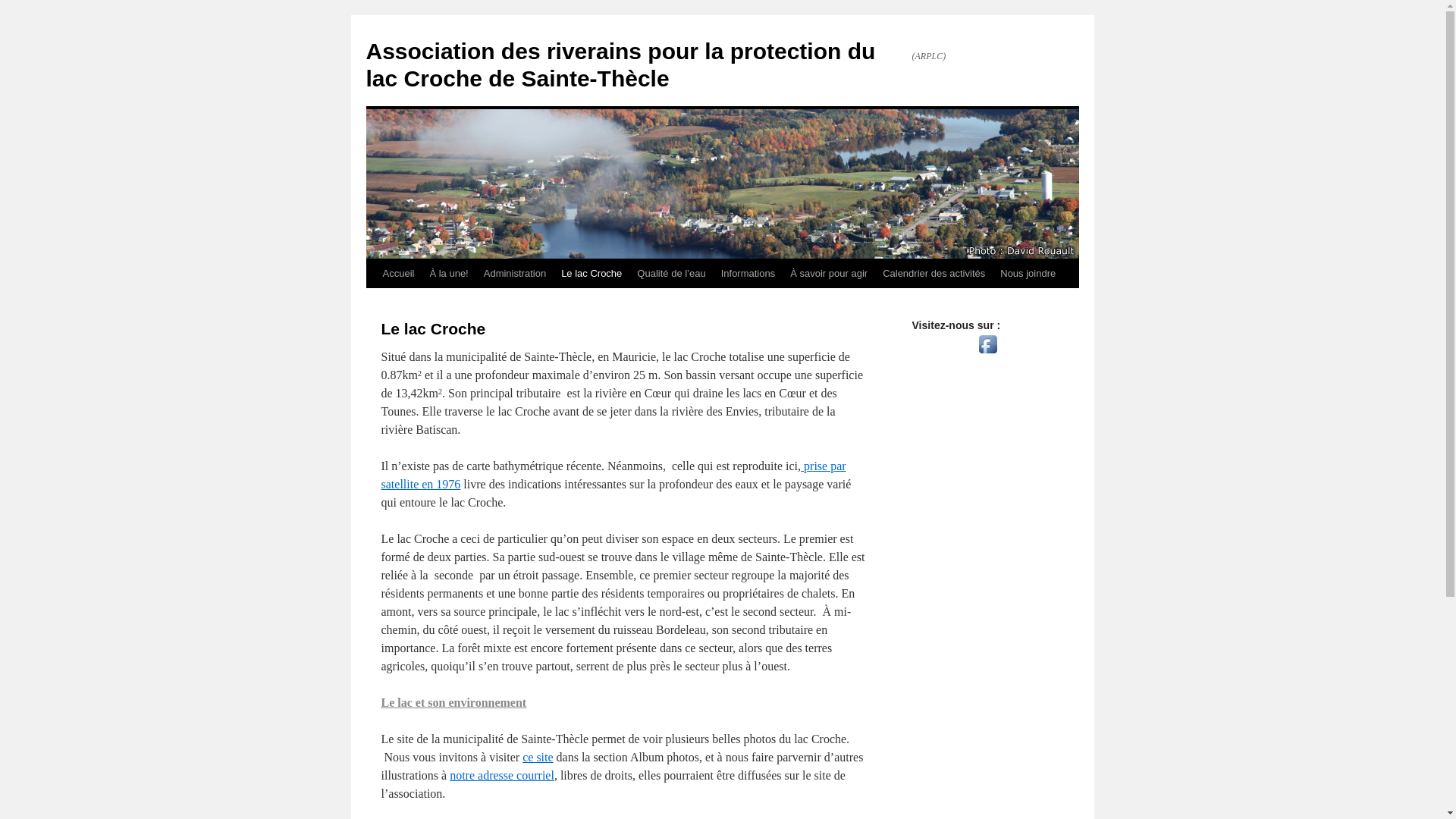 Image resolution: width=1456 pixels, height=819 pixels. I want to click on 'Le lac Croche', so click(590, 274).